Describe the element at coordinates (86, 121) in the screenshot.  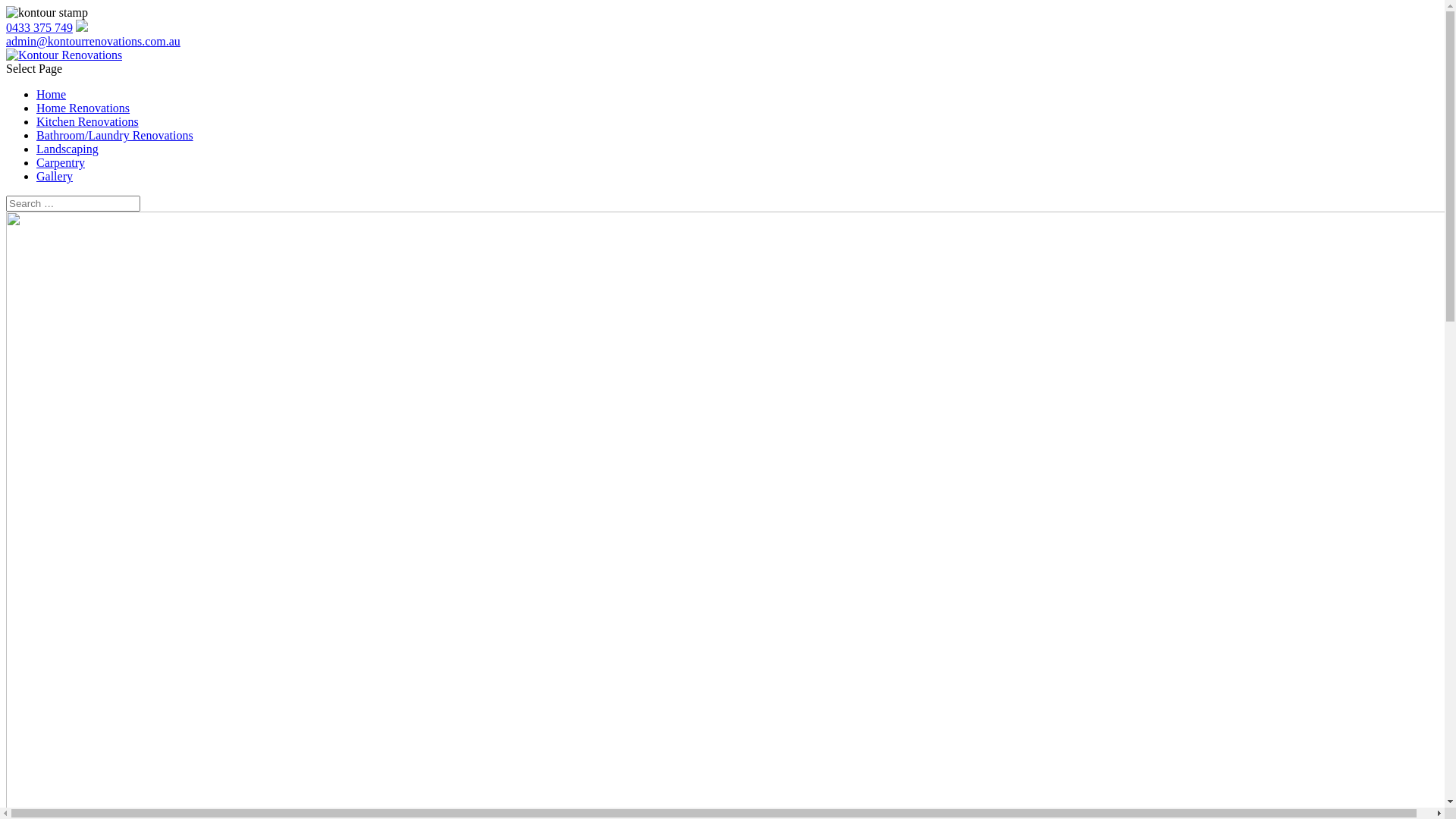
I see `'Kitchen Renovations'` at that location.